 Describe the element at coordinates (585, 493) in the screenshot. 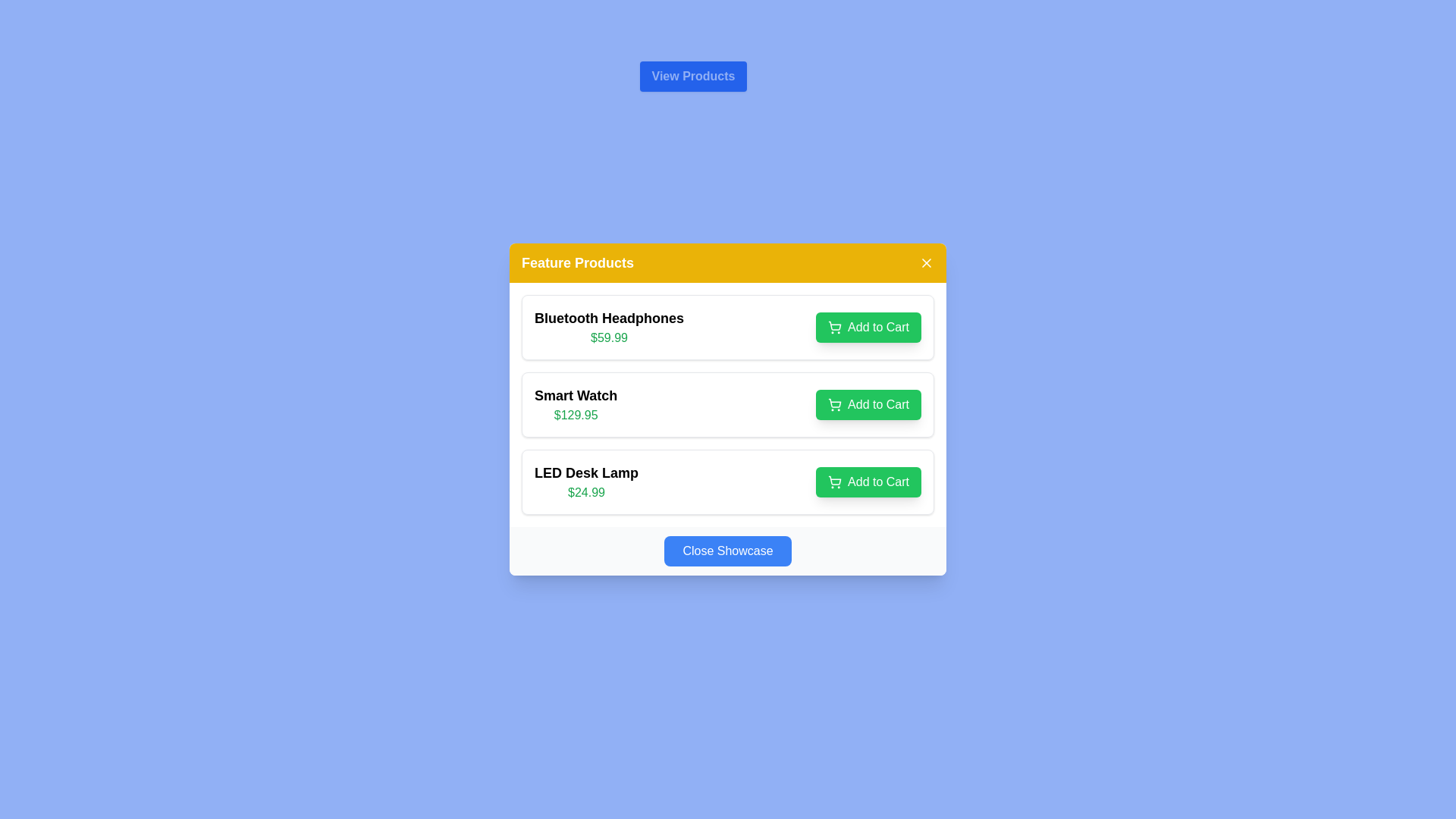

I see `displayed price from the text label showing "$24.99" in green color, located below the product name "LED Desk Lamp" in the product listing` at that location.